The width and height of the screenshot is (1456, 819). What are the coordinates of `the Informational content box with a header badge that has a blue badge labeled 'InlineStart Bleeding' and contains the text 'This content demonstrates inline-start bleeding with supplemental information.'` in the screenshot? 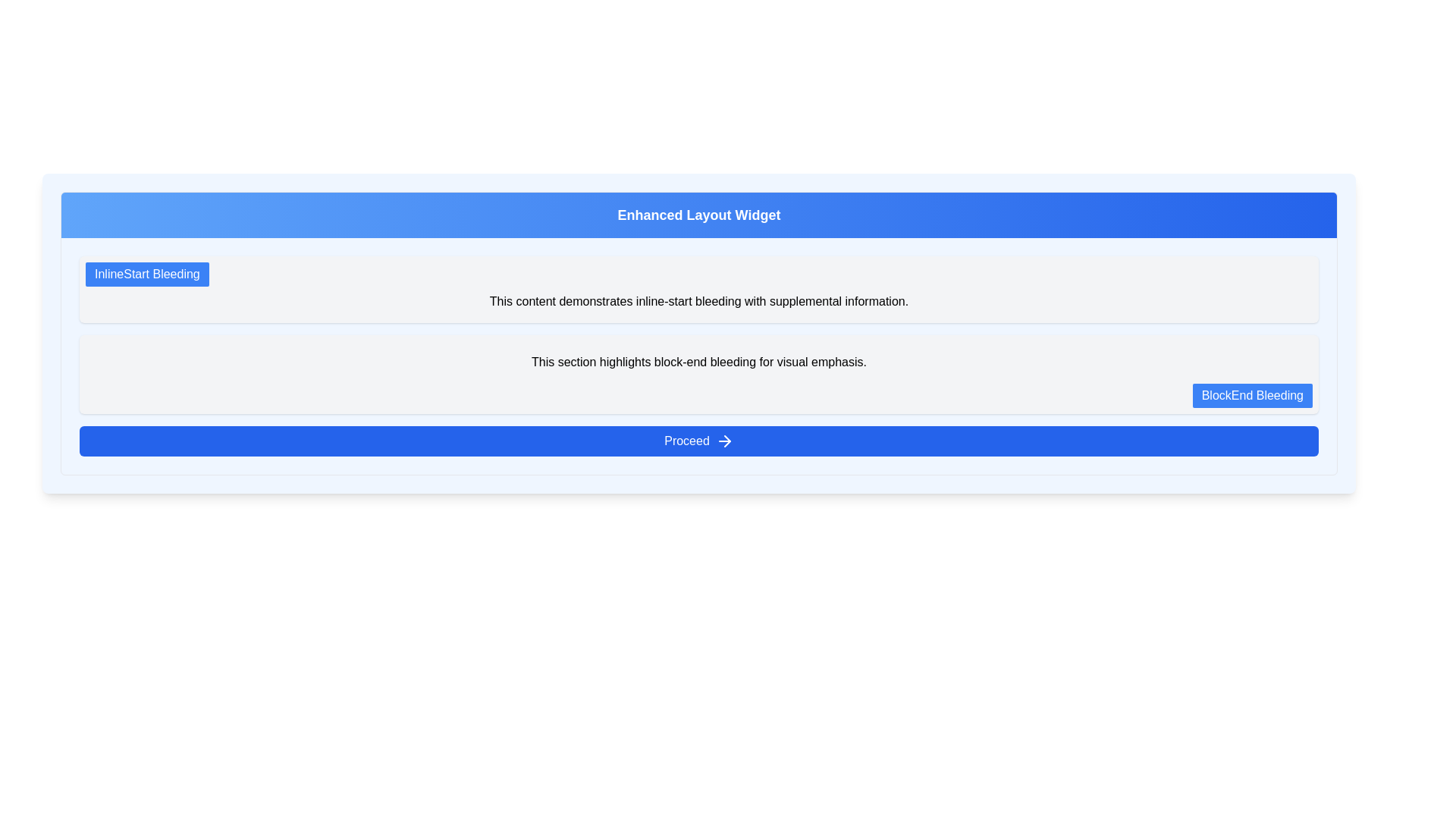 It's located at (698, 289).